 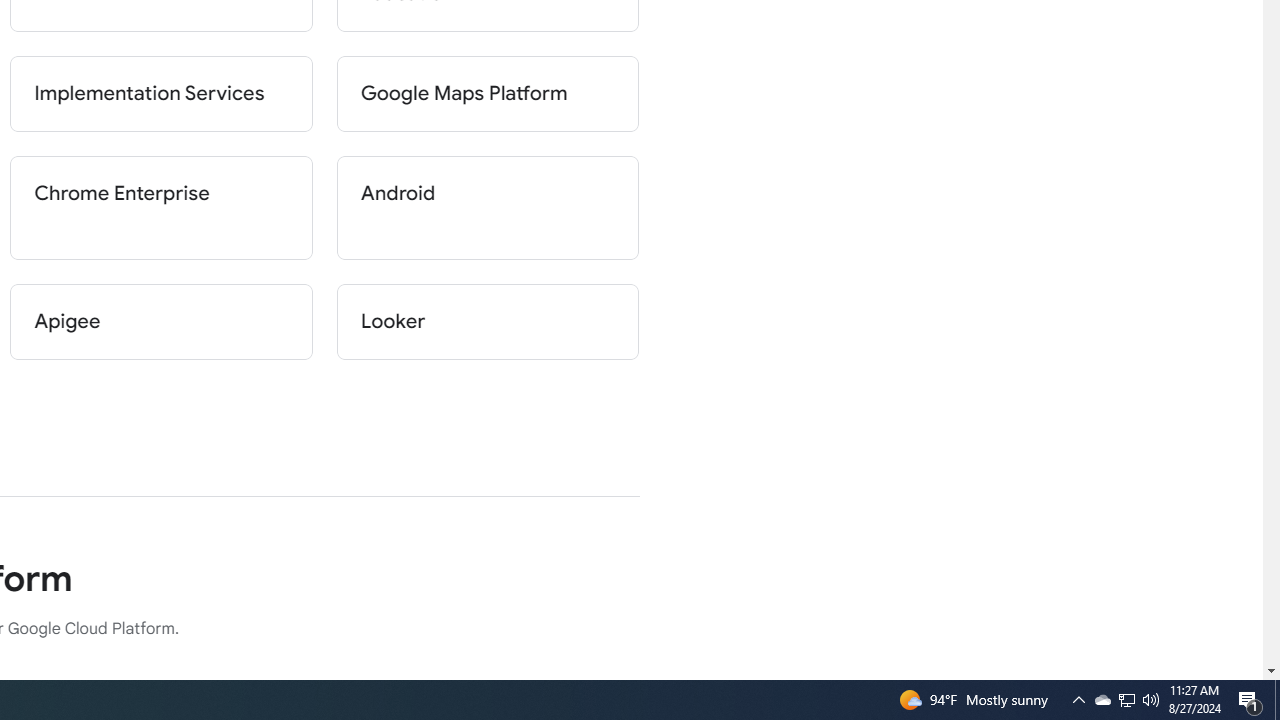 I want to click on 'Google Maps Platform', so click(x=487, y=93).